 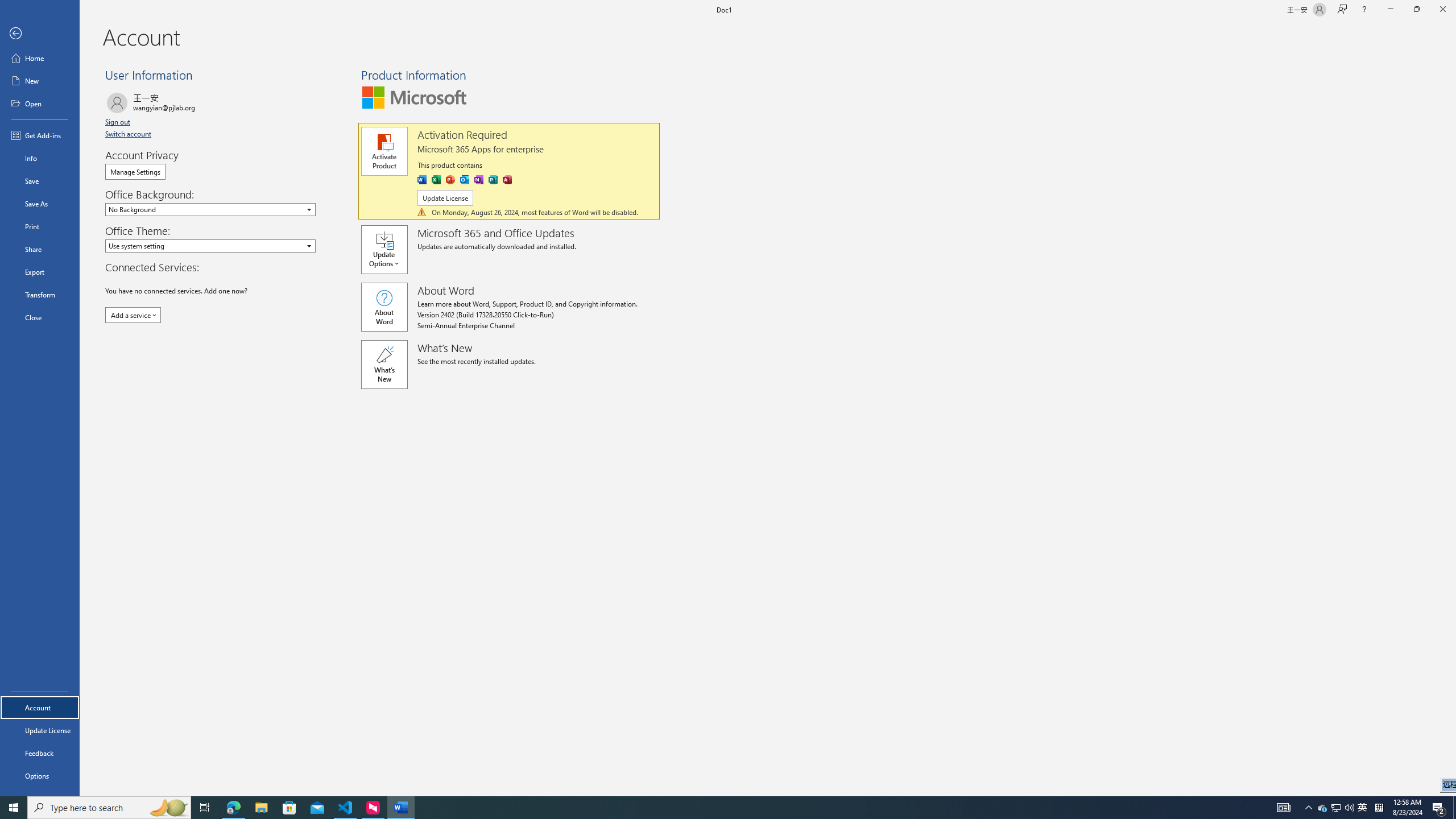 I want to click on 'Excel', so click(x=436, y=179).